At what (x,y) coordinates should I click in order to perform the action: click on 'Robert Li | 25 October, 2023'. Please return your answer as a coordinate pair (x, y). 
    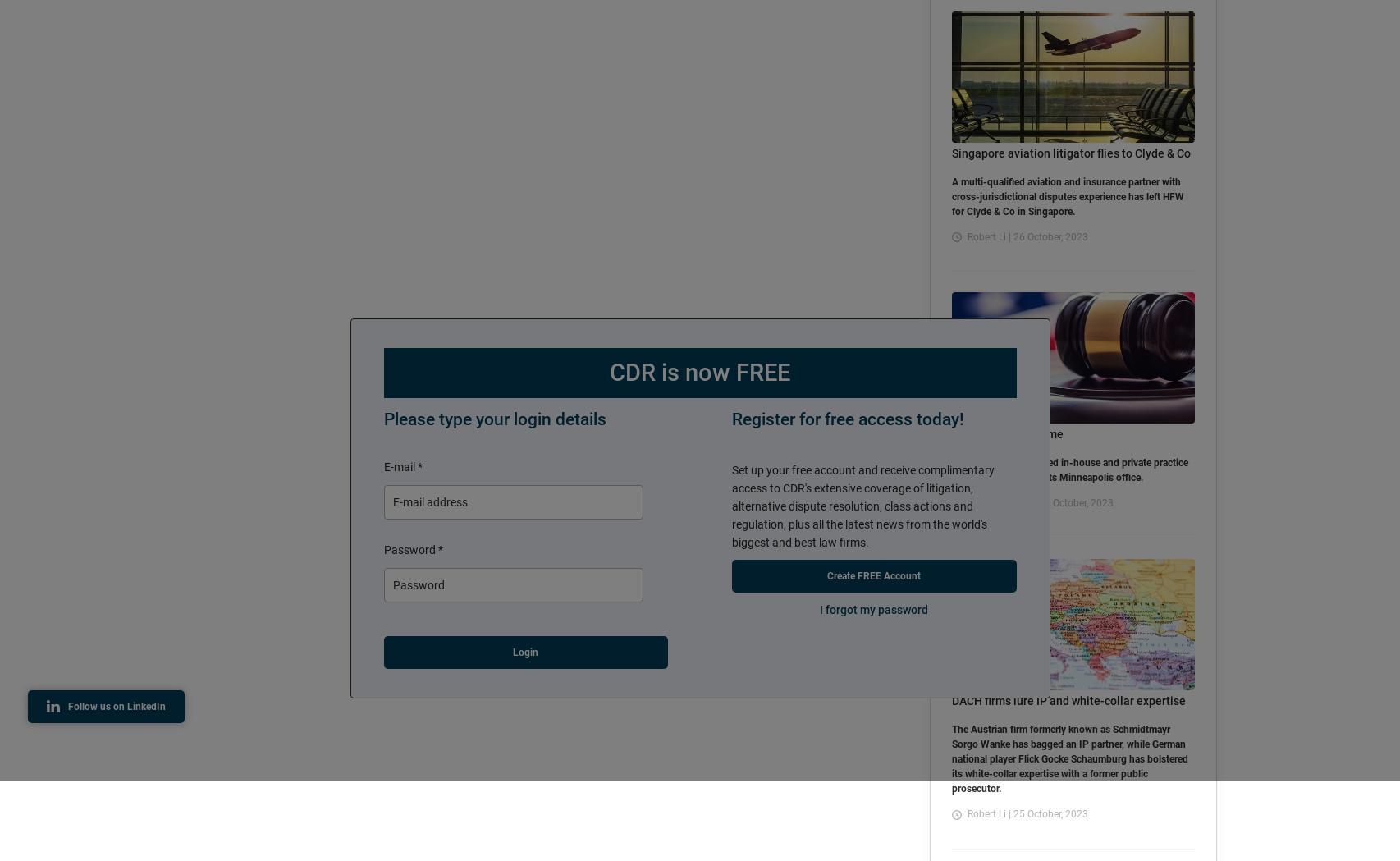
    Looking at the image, I should click on (1027, 813).